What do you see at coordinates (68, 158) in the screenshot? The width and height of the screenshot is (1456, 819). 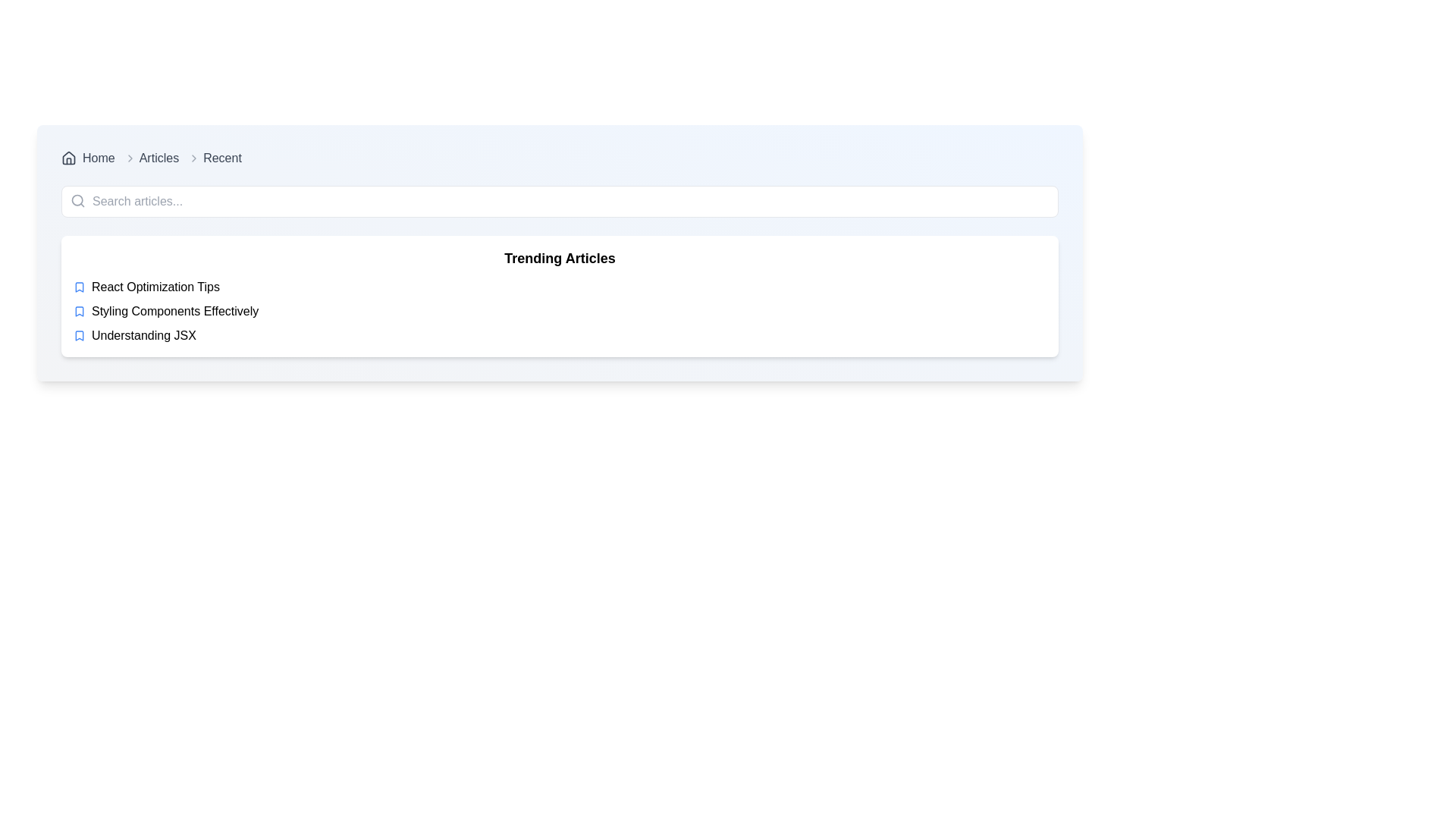 I see `the center dot of the house-like icon in the navigation breadcrumb menu bar` at bounding box center [68, 158].